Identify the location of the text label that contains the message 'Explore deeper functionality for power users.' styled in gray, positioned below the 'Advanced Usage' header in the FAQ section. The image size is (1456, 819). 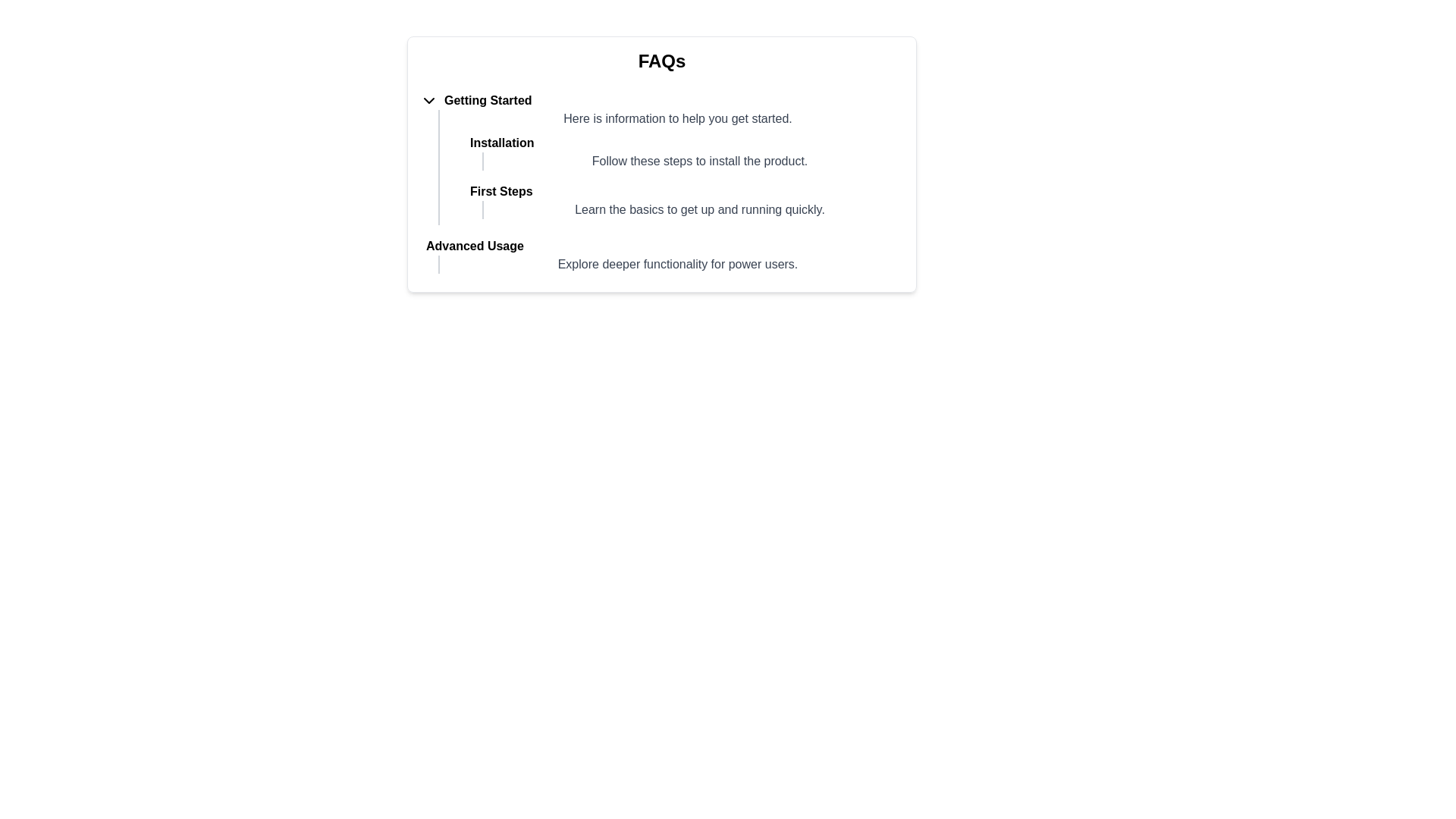
(670, 263).